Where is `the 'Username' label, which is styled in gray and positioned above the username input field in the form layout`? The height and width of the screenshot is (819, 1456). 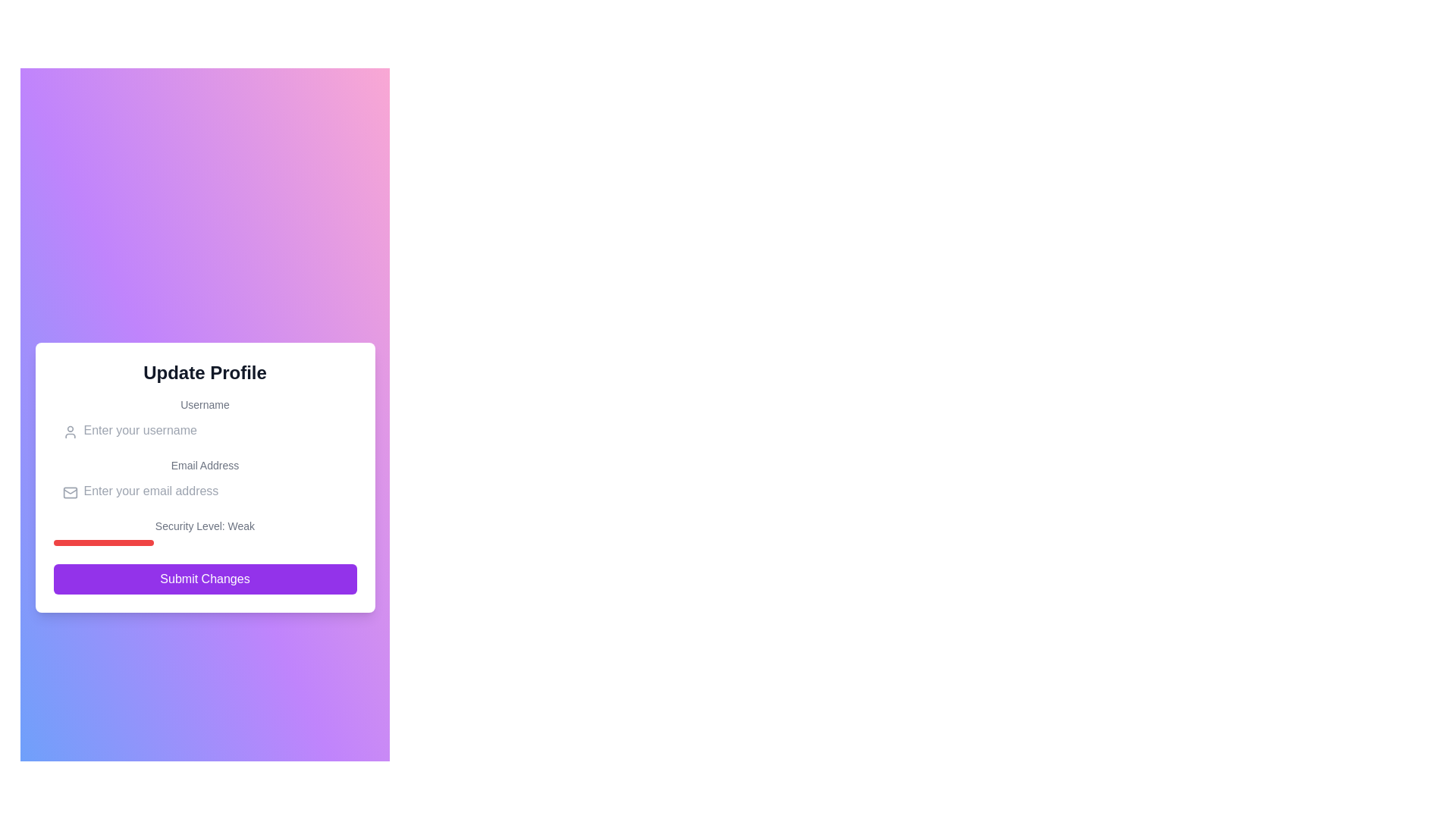
the 'Username' label, which is styled in gray and positioned above the username input field in the form layout is located at coordinates (204, 403).